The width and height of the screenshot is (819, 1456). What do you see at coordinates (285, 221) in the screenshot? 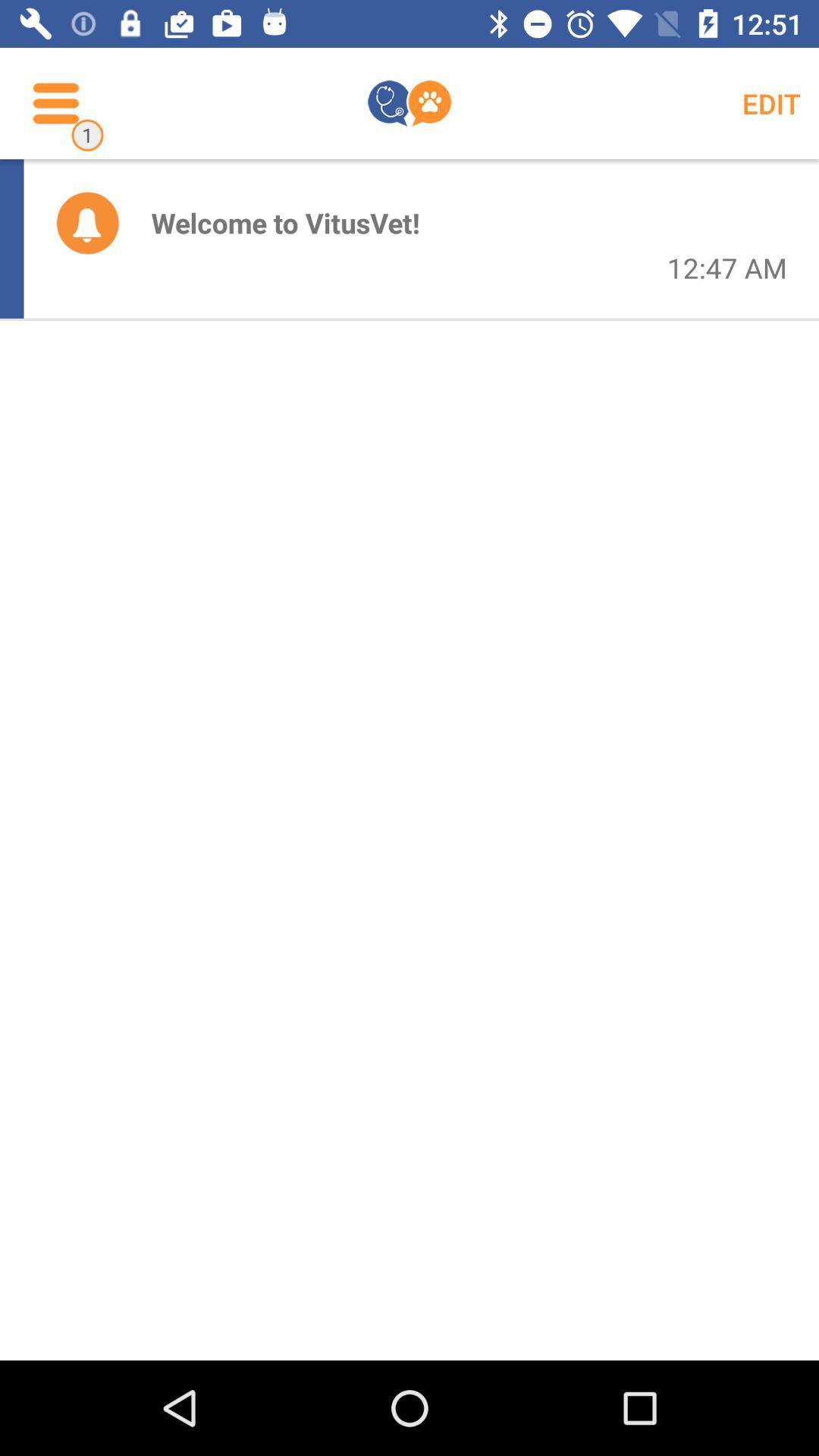
I see `icon to the left of the 12:47 am icon` at bounding box center [285, 221].